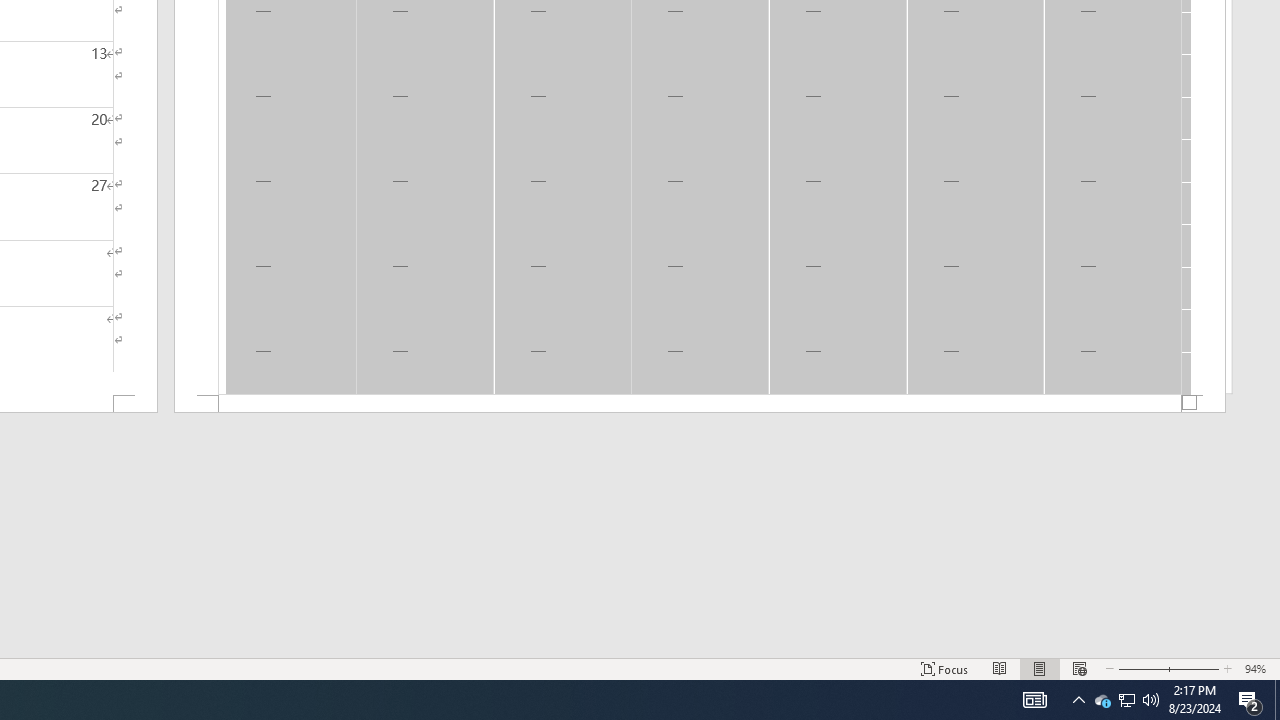  I want to click on 'Zoom In', so click(1193, 669).